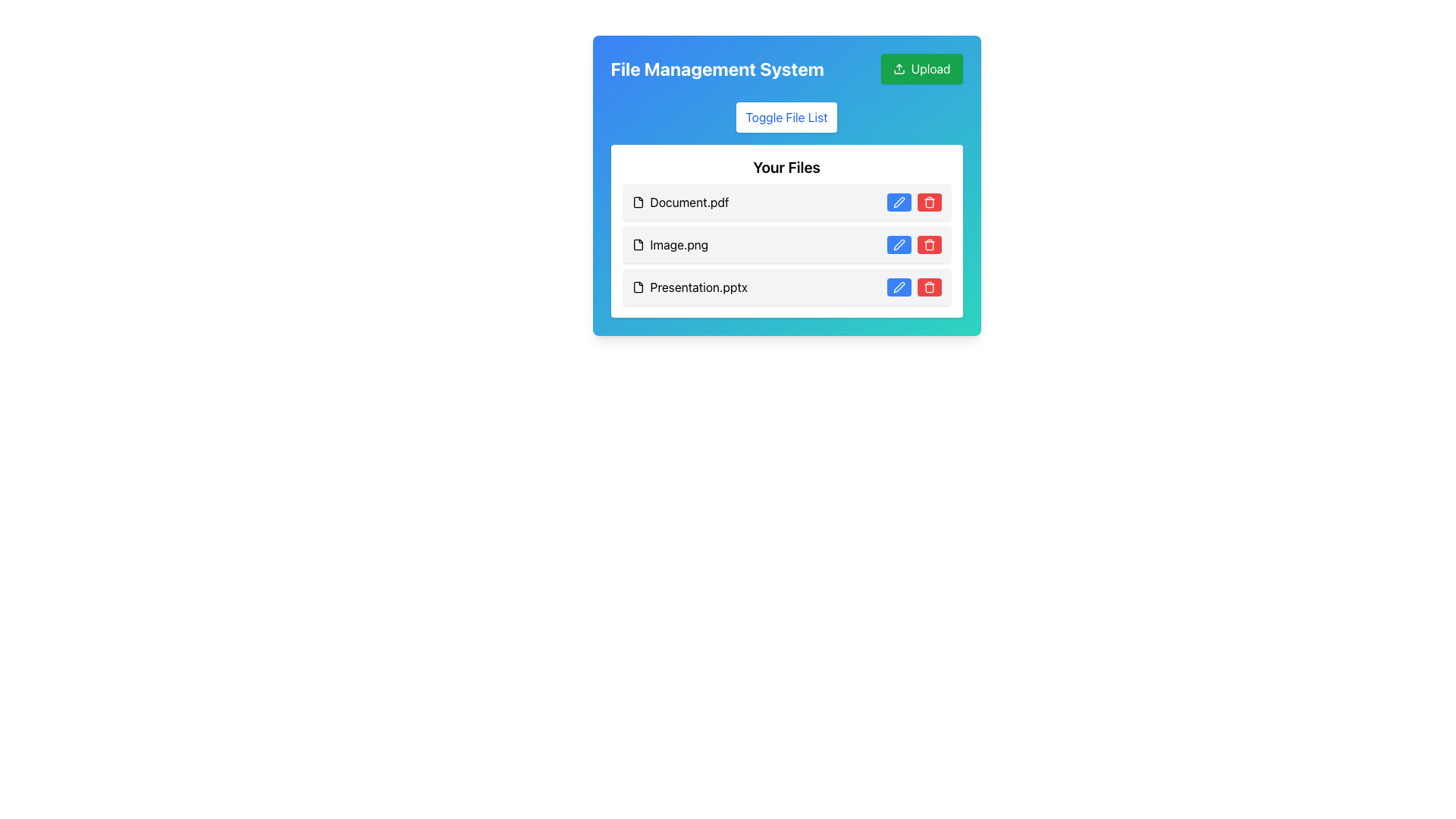  What do you see at coordinates (913, 201) in the screenshot?
I see `the blue pen button in the button group for the file 'Document.pdf' to initiate the pen action` at bounding box center [913, 201].